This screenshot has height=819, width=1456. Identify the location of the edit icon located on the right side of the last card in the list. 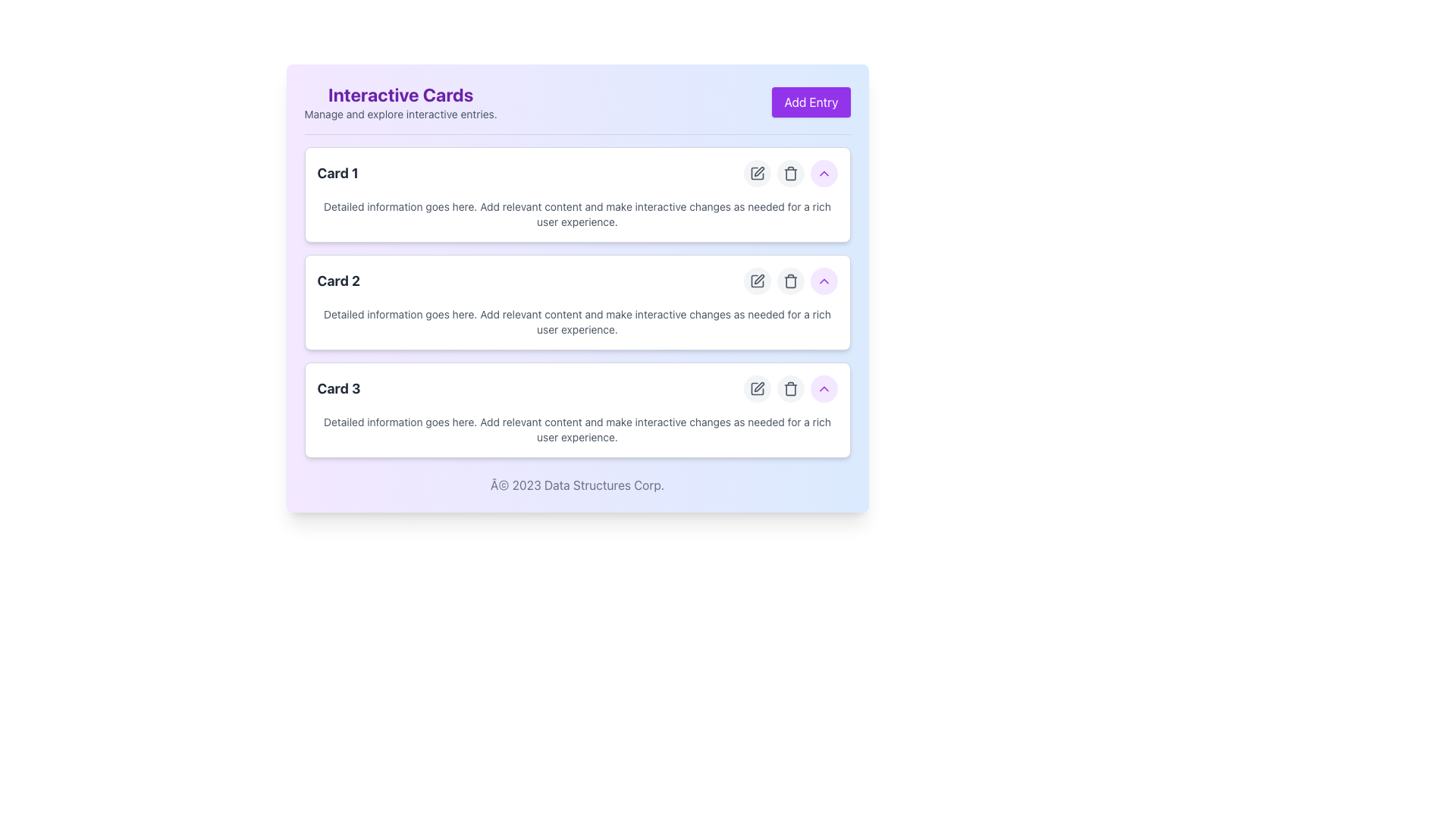
(759, 386).